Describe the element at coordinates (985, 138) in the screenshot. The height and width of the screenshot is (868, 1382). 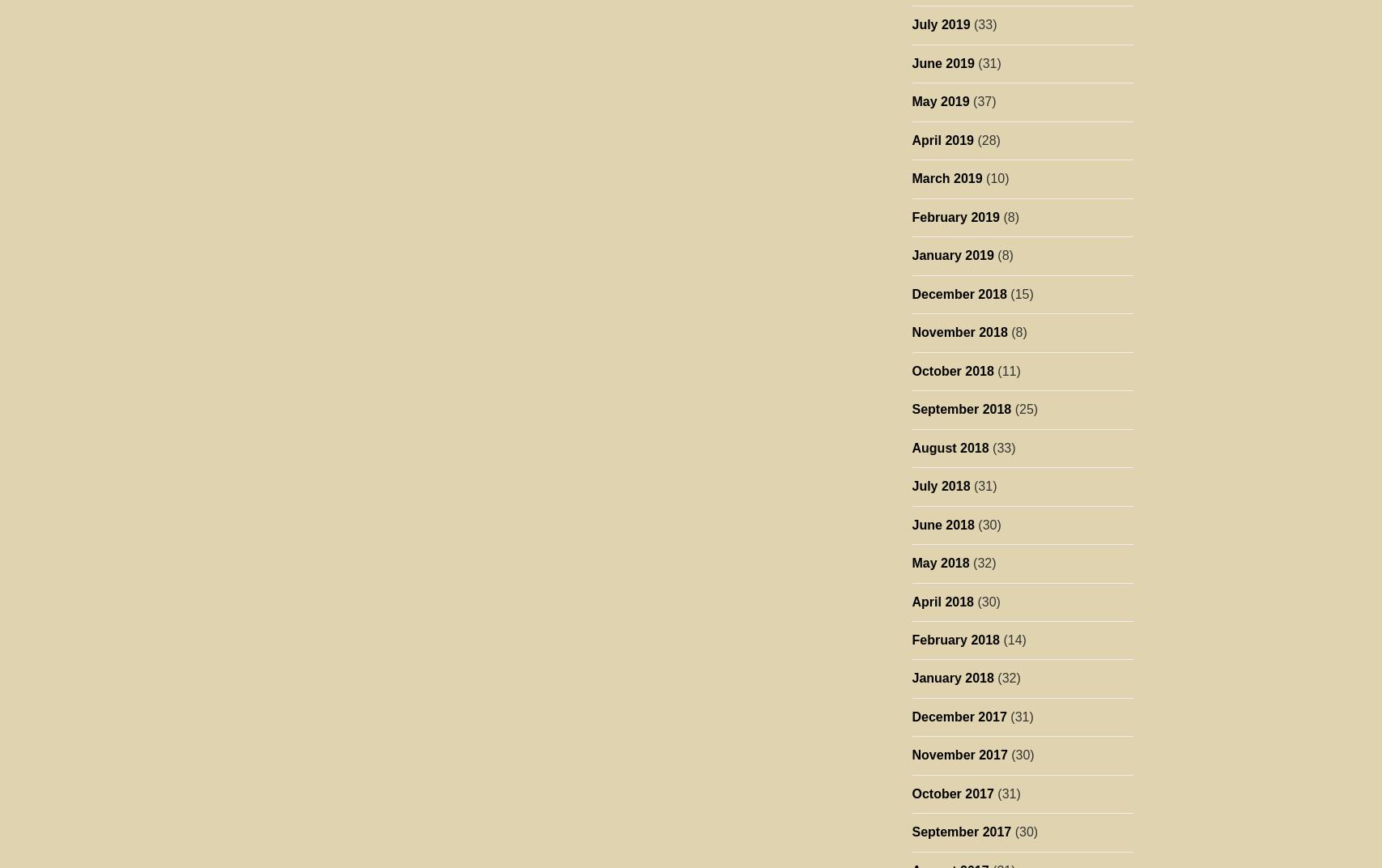
I see `'(28)'` at that location.